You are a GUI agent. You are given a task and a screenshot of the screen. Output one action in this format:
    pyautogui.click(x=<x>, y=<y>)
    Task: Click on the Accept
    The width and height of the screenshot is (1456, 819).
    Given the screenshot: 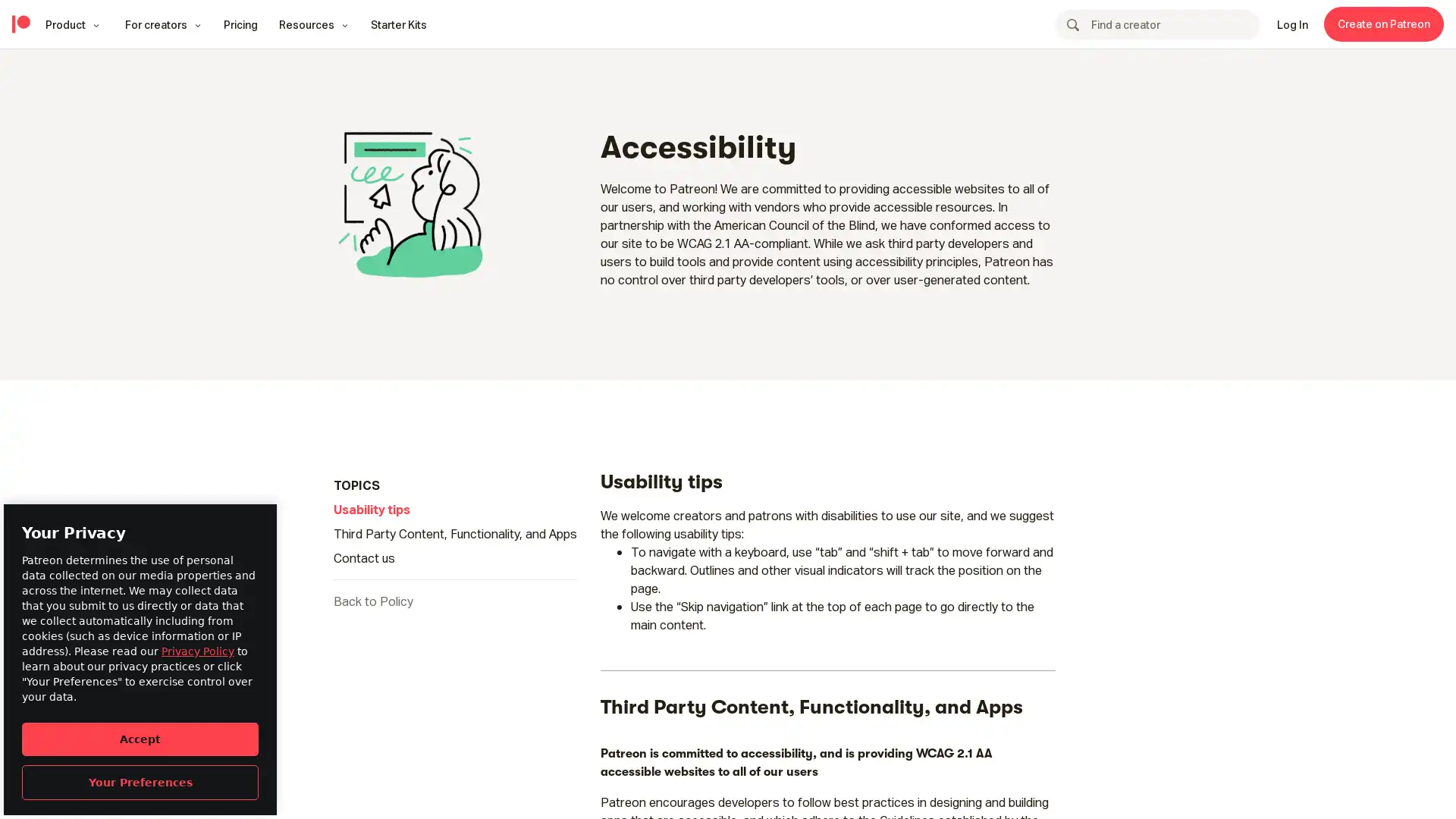 What is the action you would take?
    pyautogui.click(x=140, y=738)
    